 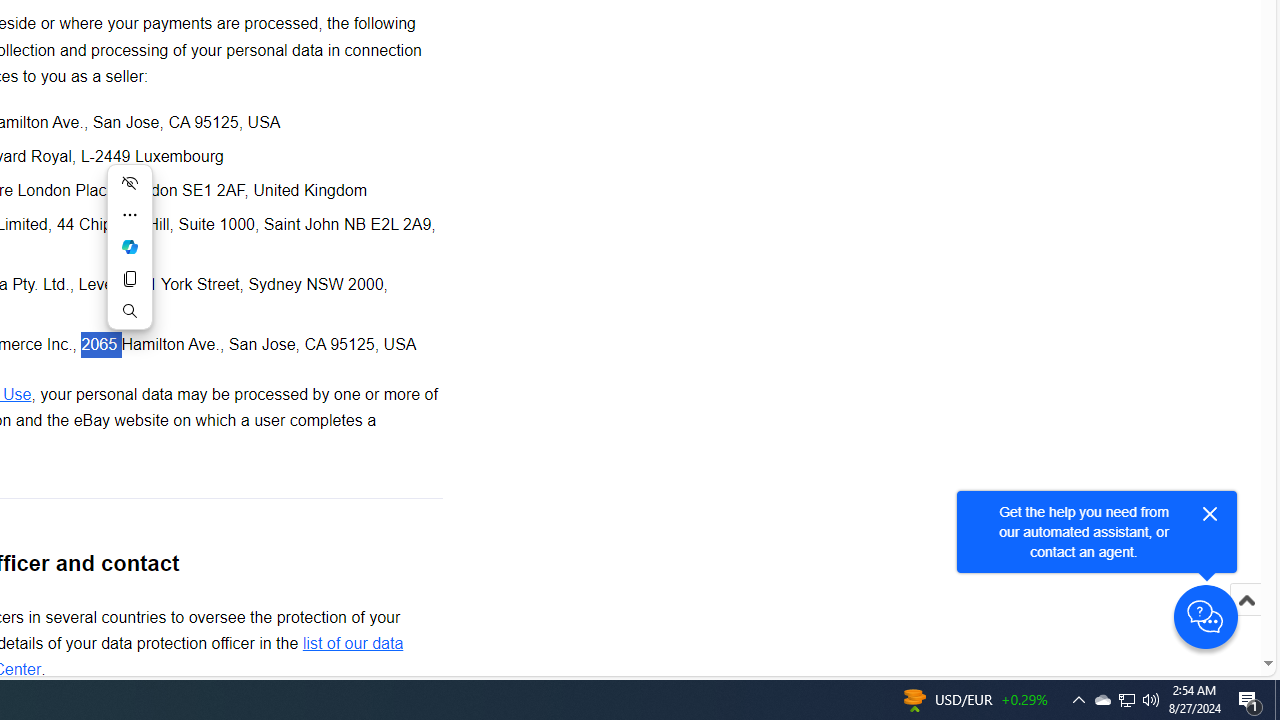 I want to click on 'Copy', so click(x=128, y=279).